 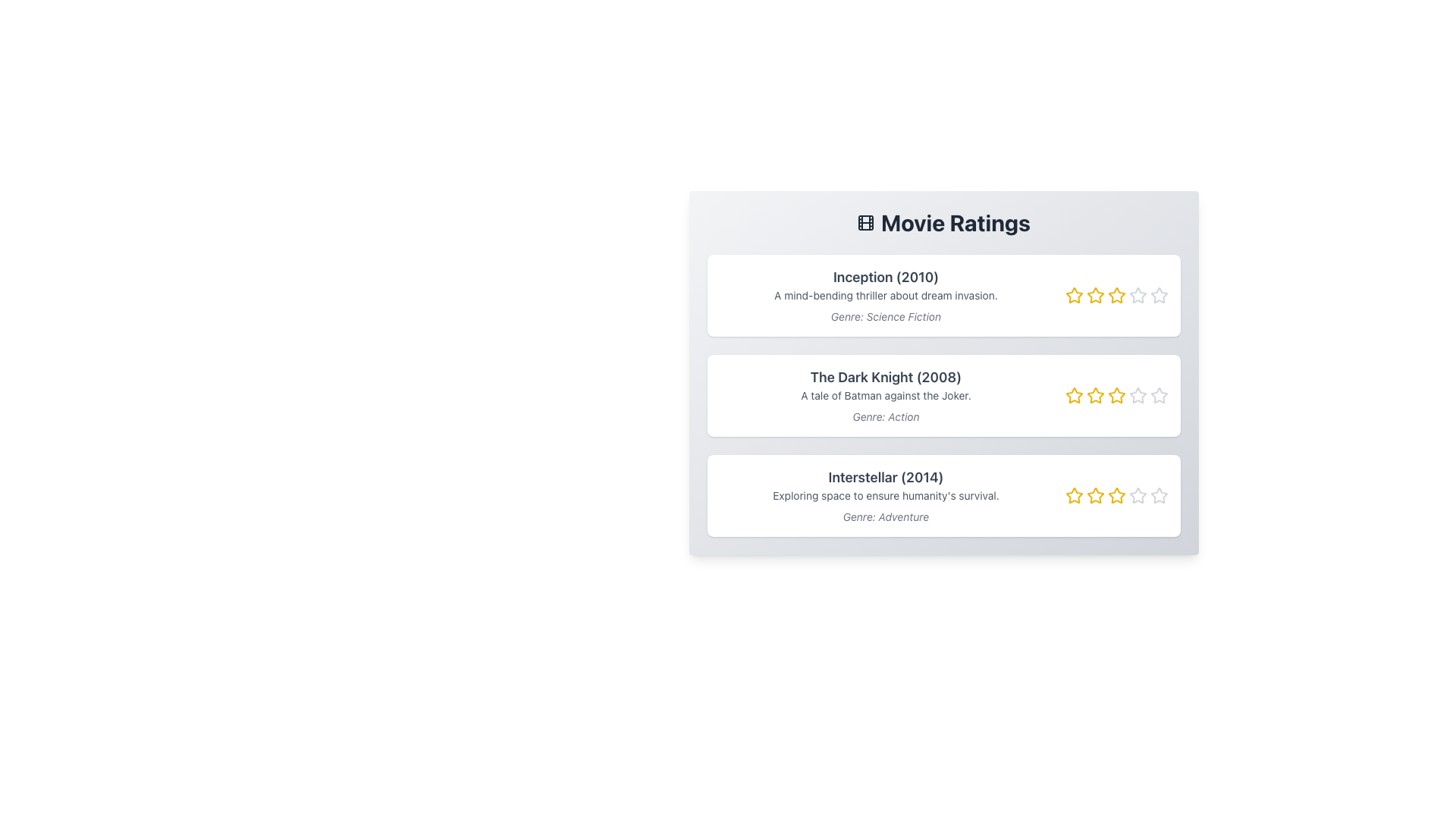 What do you see at coordinates (1116, 295) in the screenshot?
I see `the third star icon for rating located in the 'Inception (2010)' card under the 'Movie Ratings' section` at bounding box center [1116, 295].